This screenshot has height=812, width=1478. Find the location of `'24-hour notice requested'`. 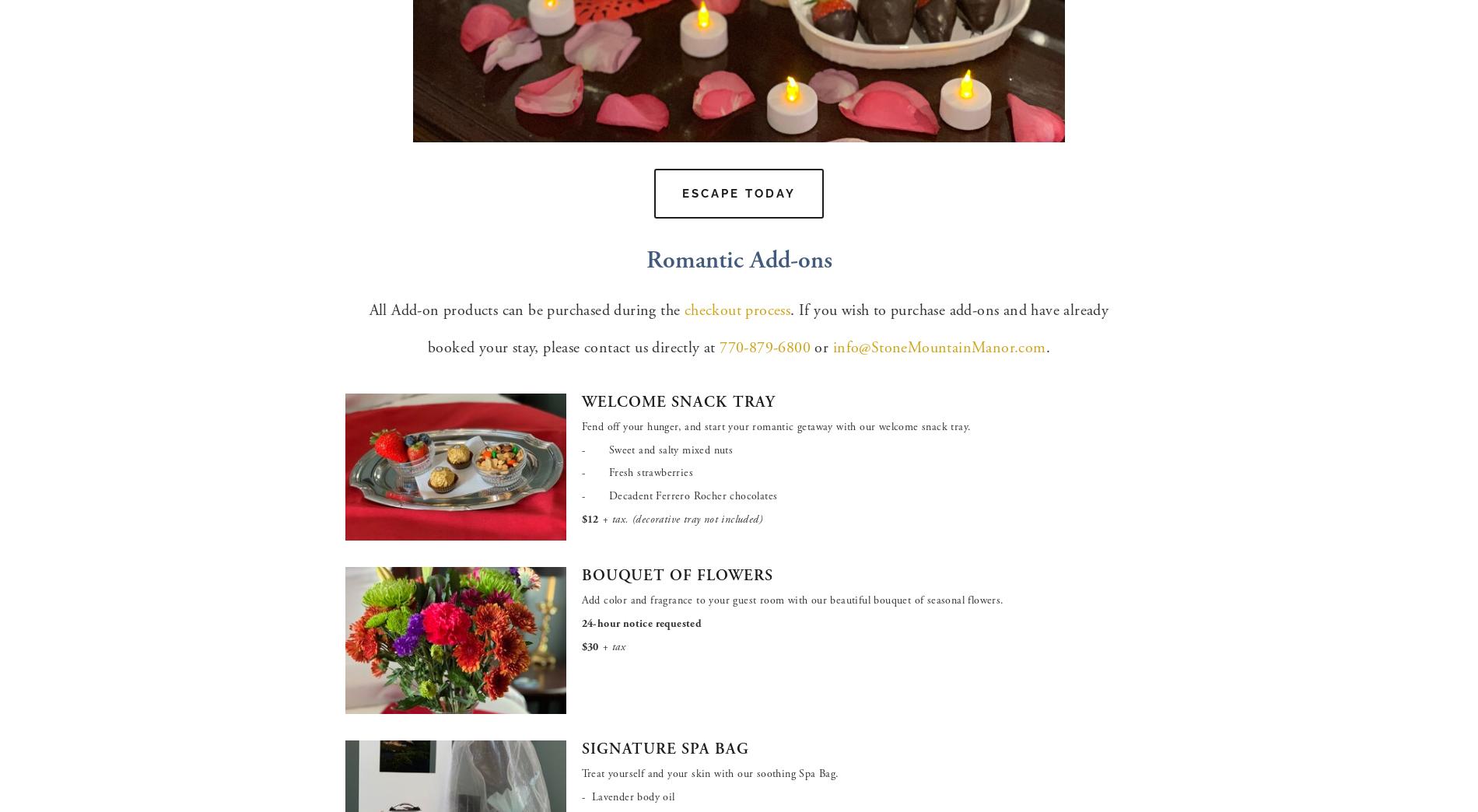

'24-hour notice requested' is located at coordinates (640, 621).